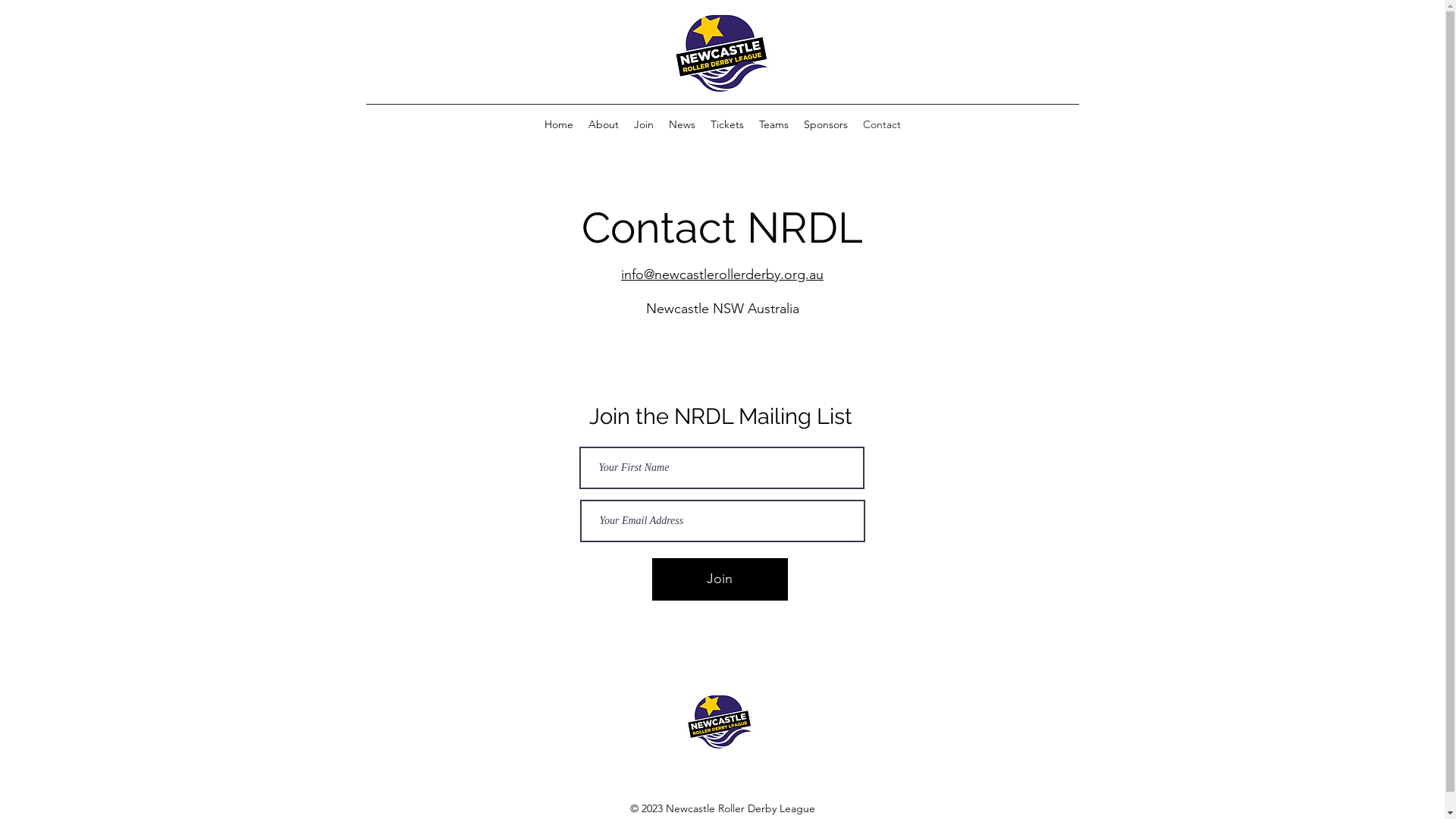  Describe the element at coordinates (719, 721) in the screenshot. I see `'NRDL-Logo-Cut-out-1024x833.png'` at that location.